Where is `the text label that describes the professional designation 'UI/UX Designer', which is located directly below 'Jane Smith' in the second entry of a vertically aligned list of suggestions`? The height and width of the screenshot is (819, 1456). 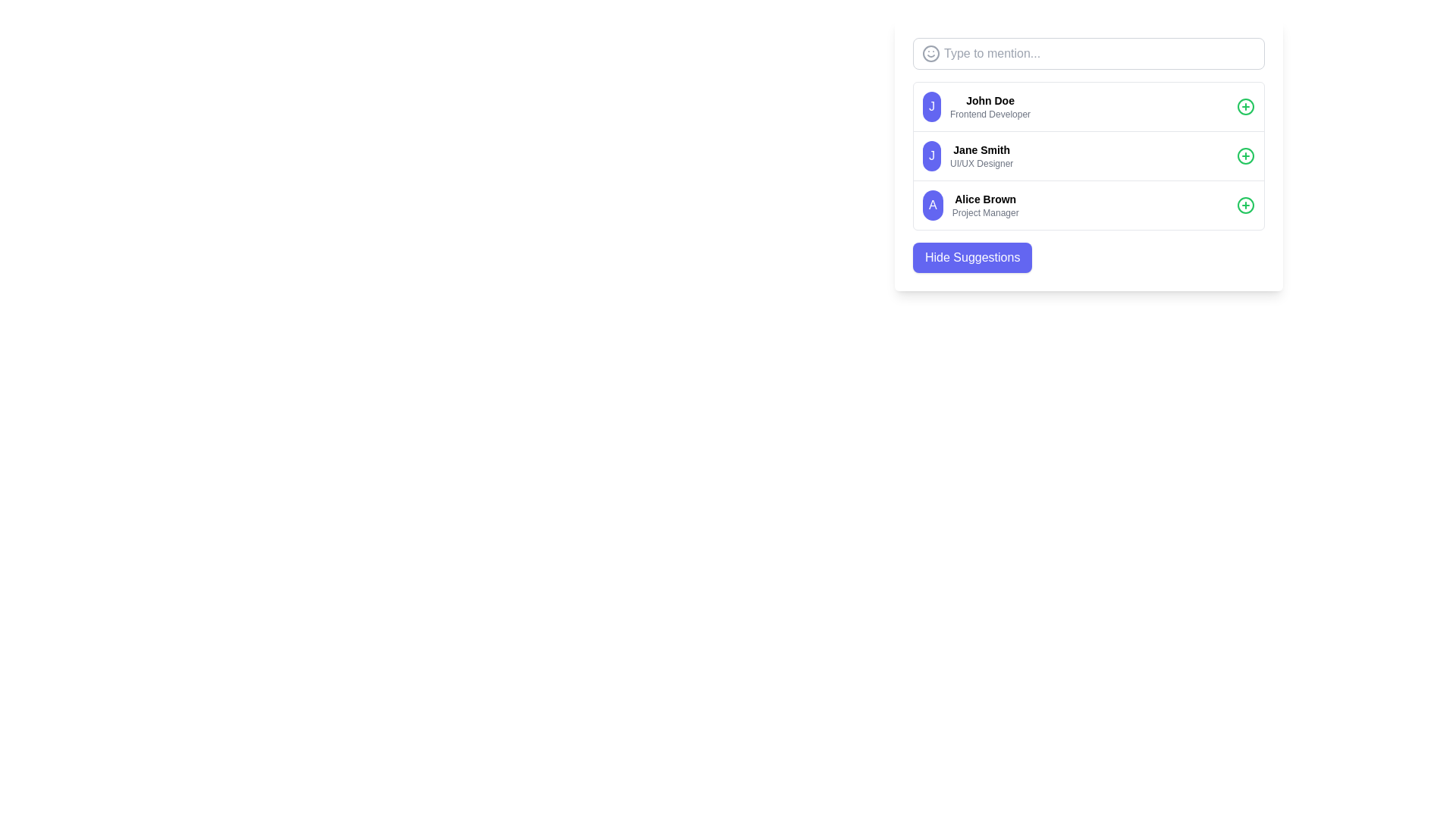 the text label that describes the professional designation 'UI/UX Designer', which is located directly below 'Jane Smith' in the second entry of a vertically aligned list of suggestions is located at coordinates (981, 164).